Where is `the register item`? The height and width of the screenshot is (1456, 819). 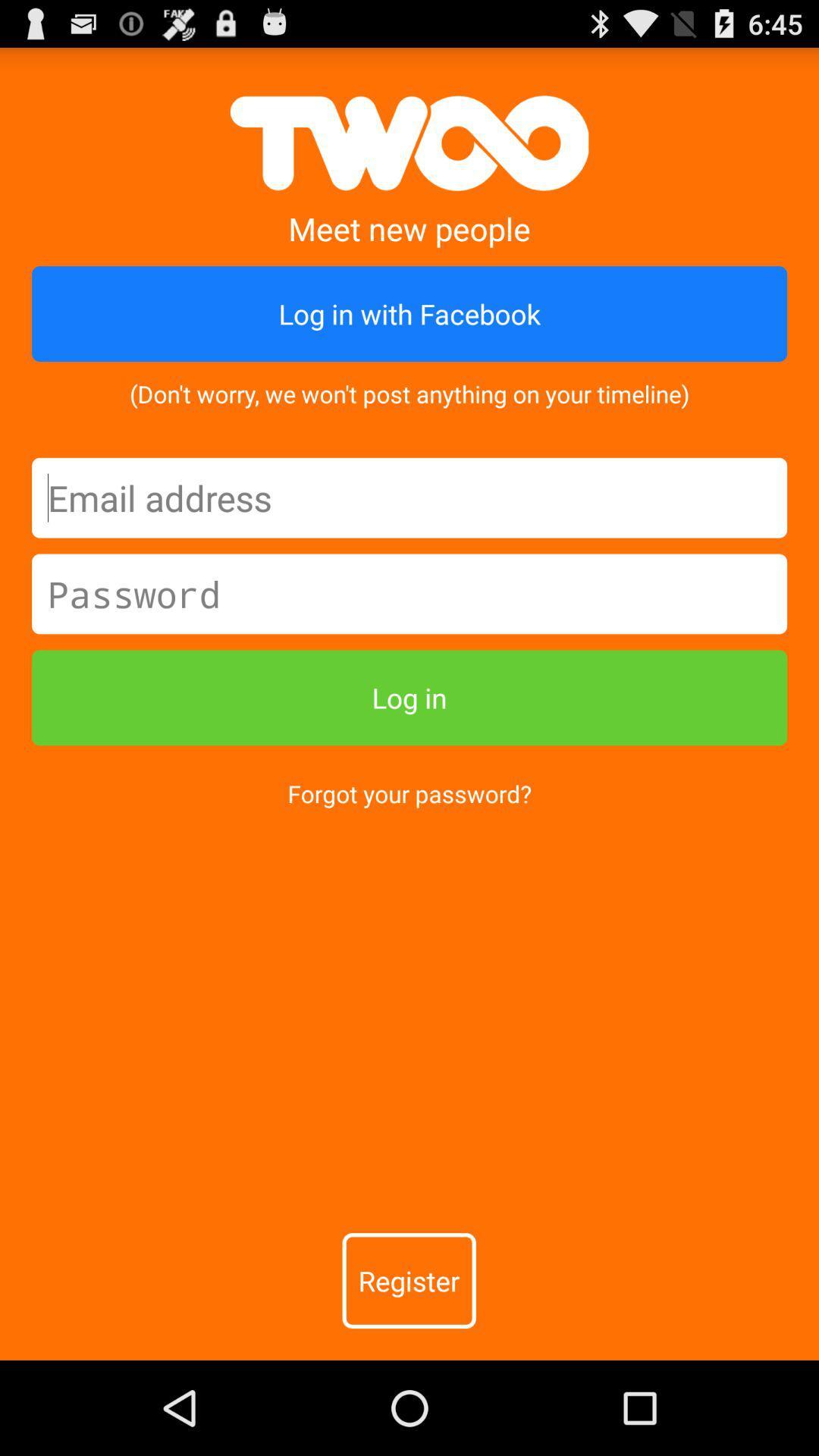
the register item is located at coordinates (408, 1280).